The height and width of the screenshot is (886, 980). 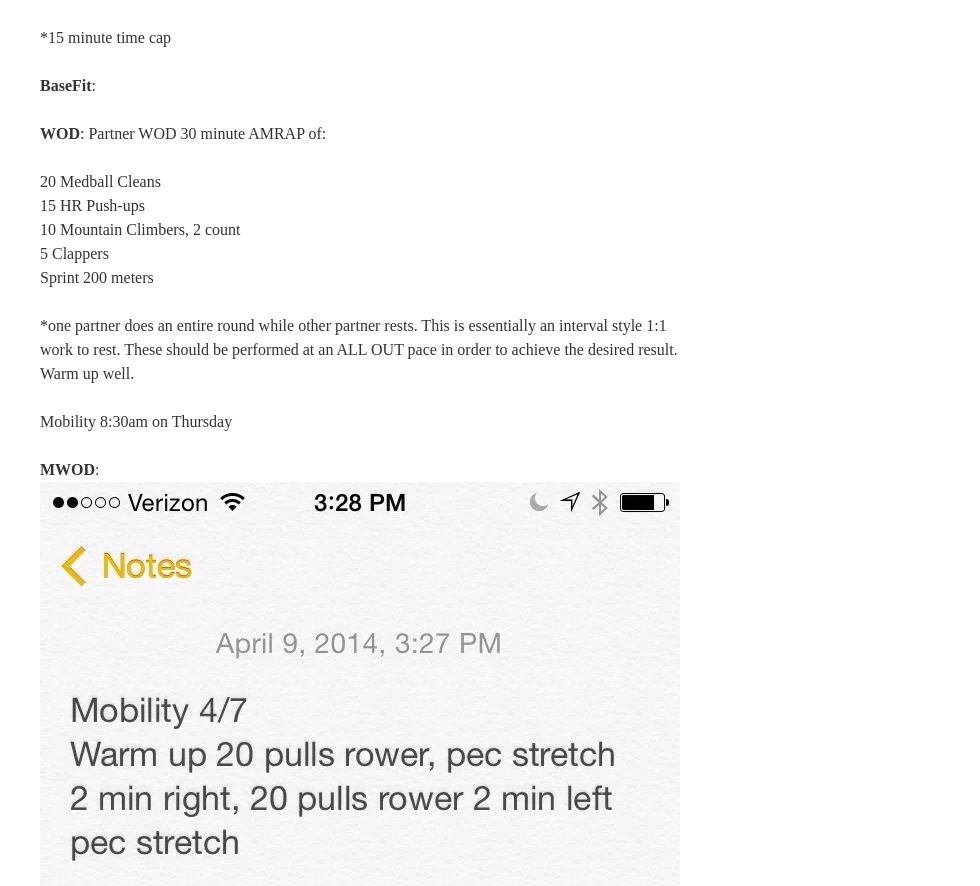 I want to click on 'Sprint 200 meters', so click(x=96, y=277).